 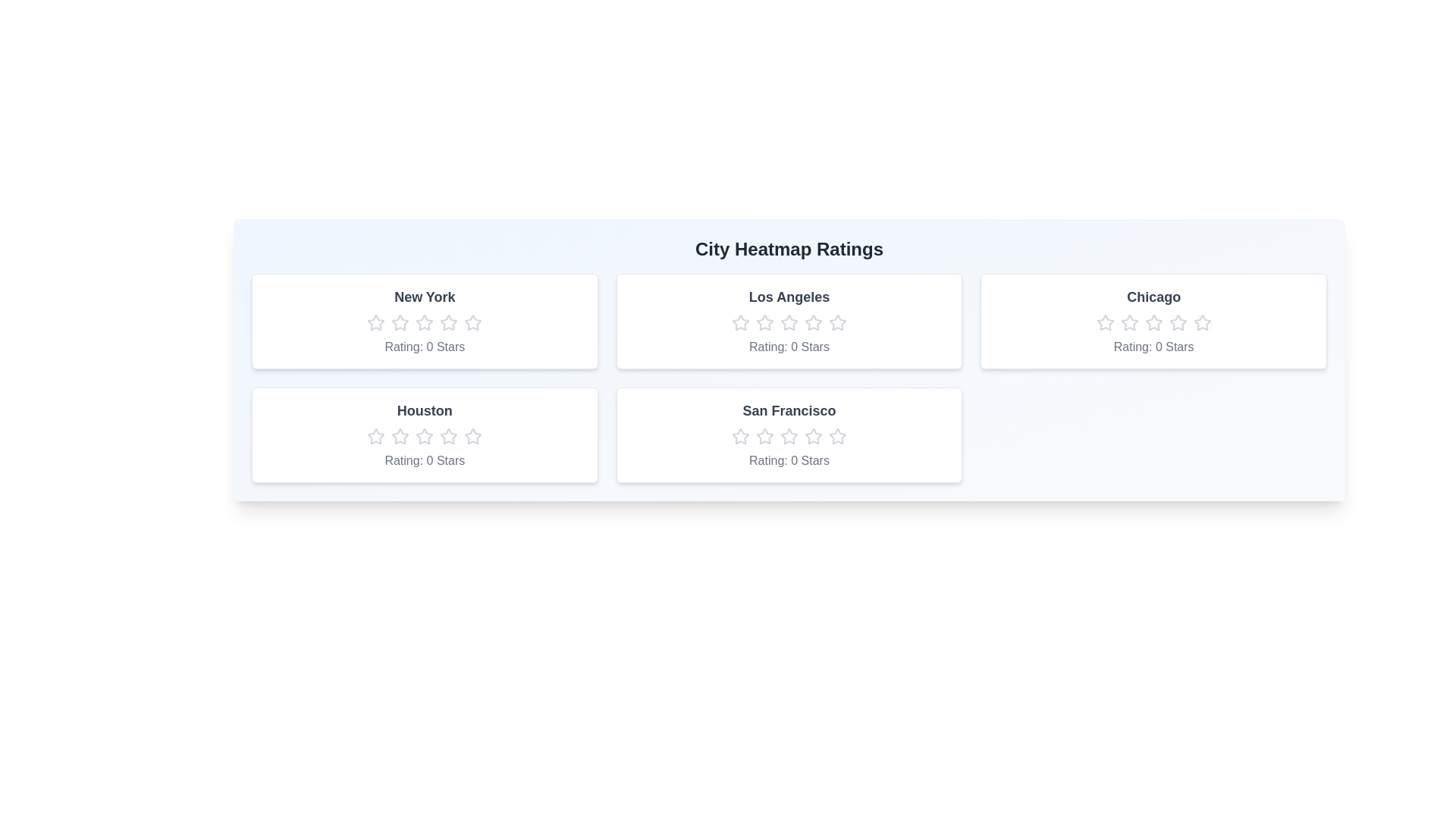 I want to click on the text of Los Angeles by selecting it, so click(x=629, y=287).